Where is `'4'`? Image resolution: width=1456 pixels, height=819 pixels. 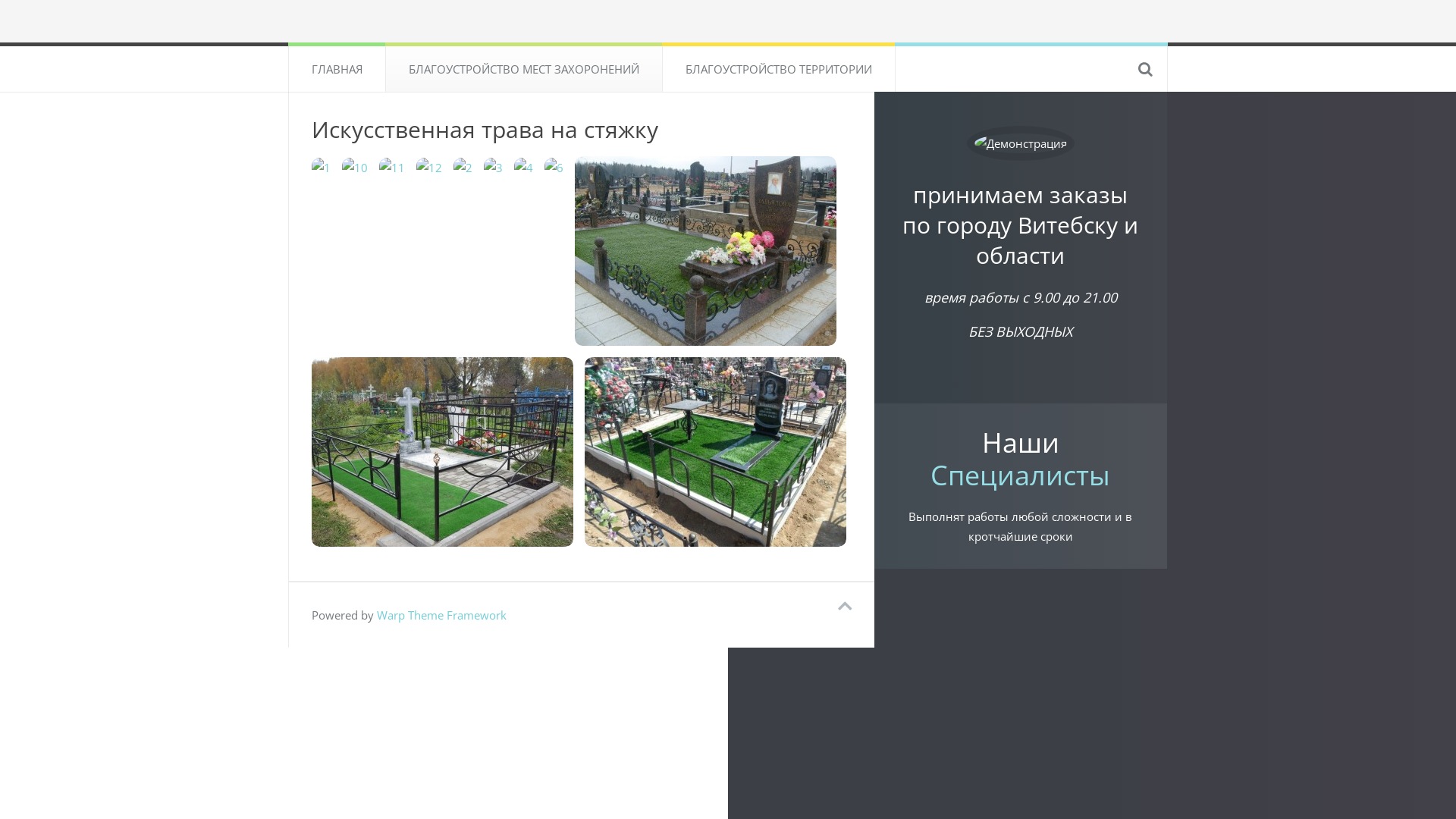
'4' is located at coordinates (523, 166).